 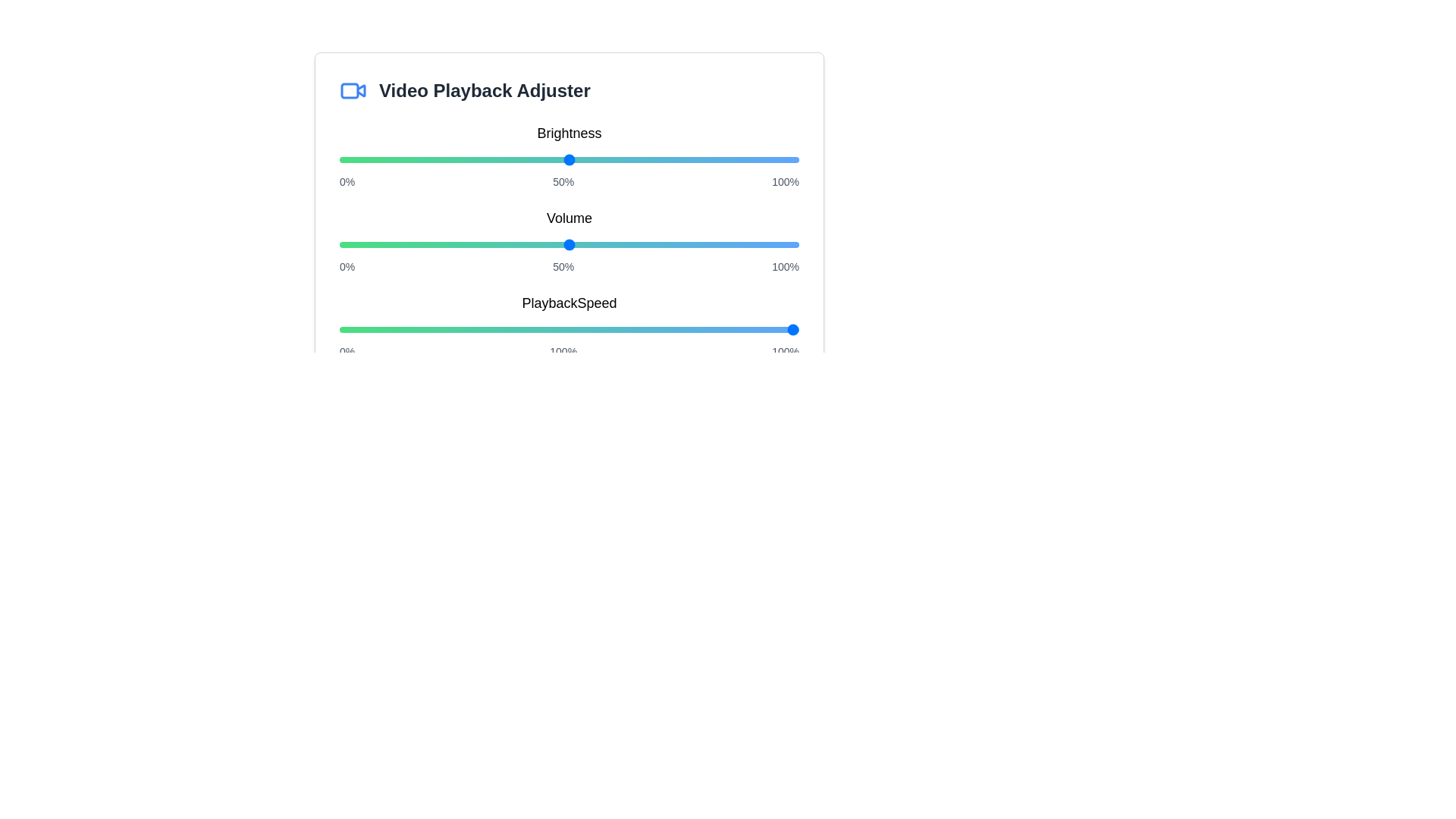 I want to click on the playback speed slider to 60%, so click(x=615, y=329).